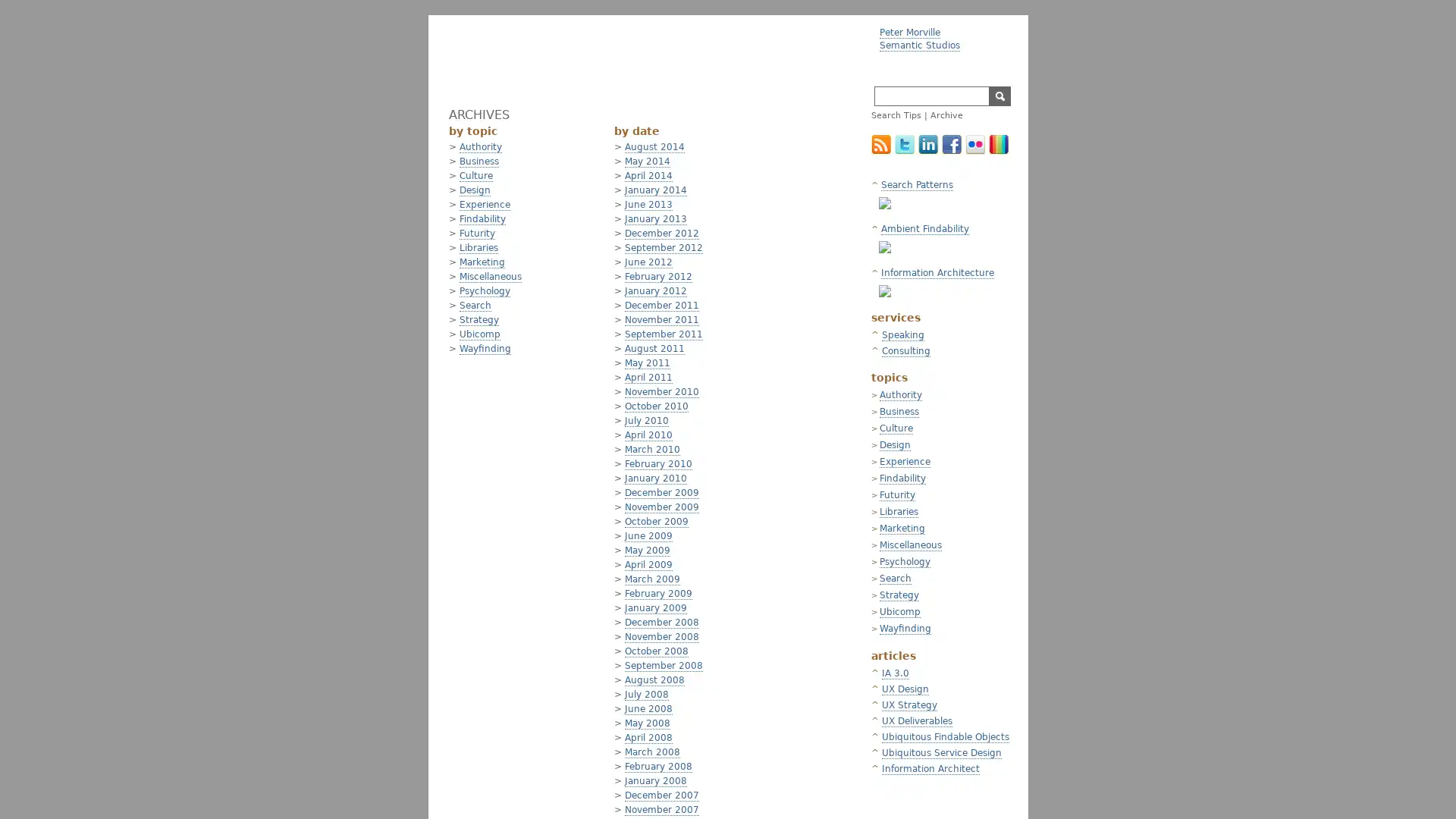  What do you see at coordinates (999, 96) in the screenshot?
I see `SUBMIT` at bounding box center [999, 96].